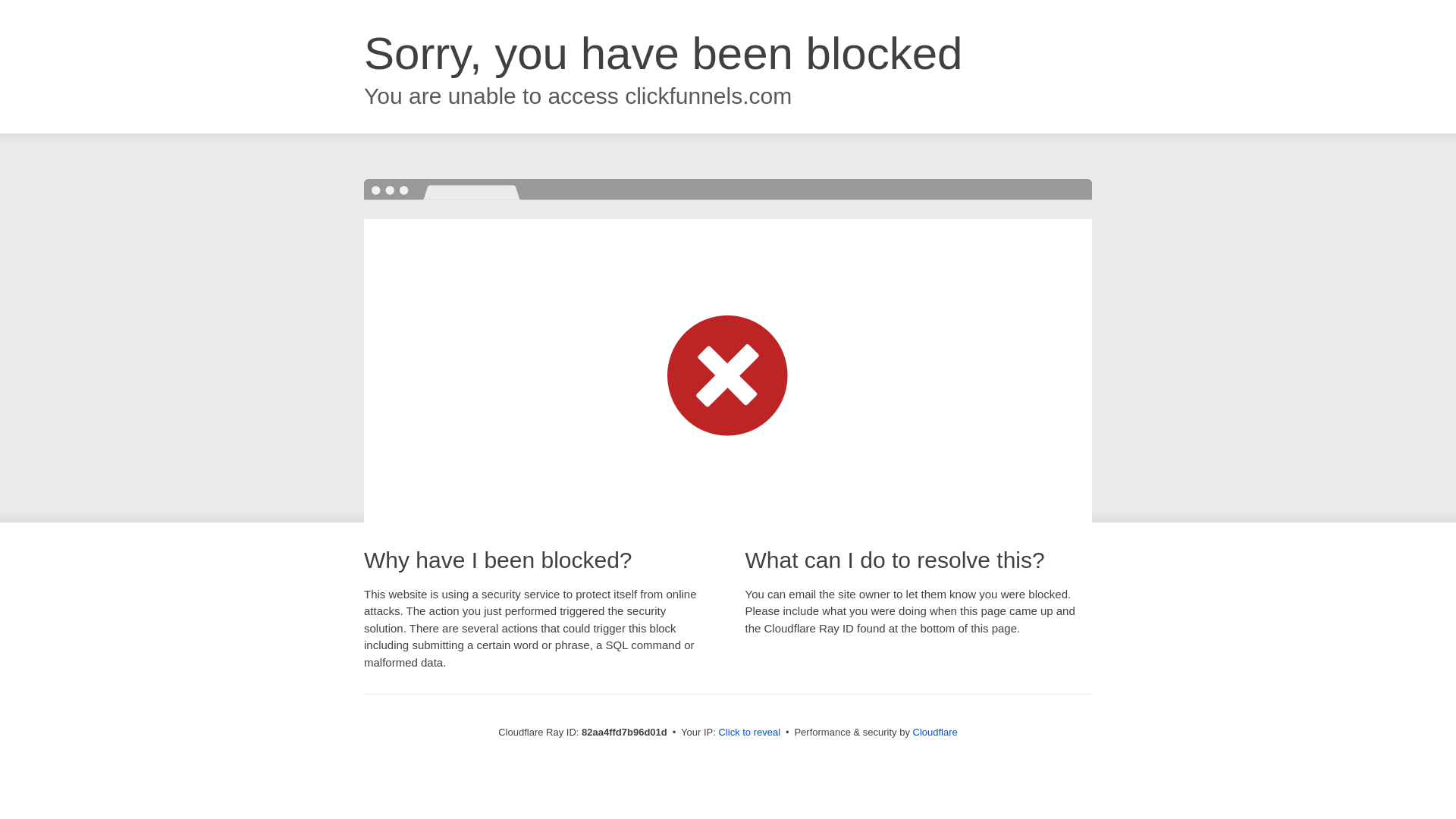  Describe the element at coordinates (749, 731) in the screenshot. I see `'Click to reveal'` at that location.